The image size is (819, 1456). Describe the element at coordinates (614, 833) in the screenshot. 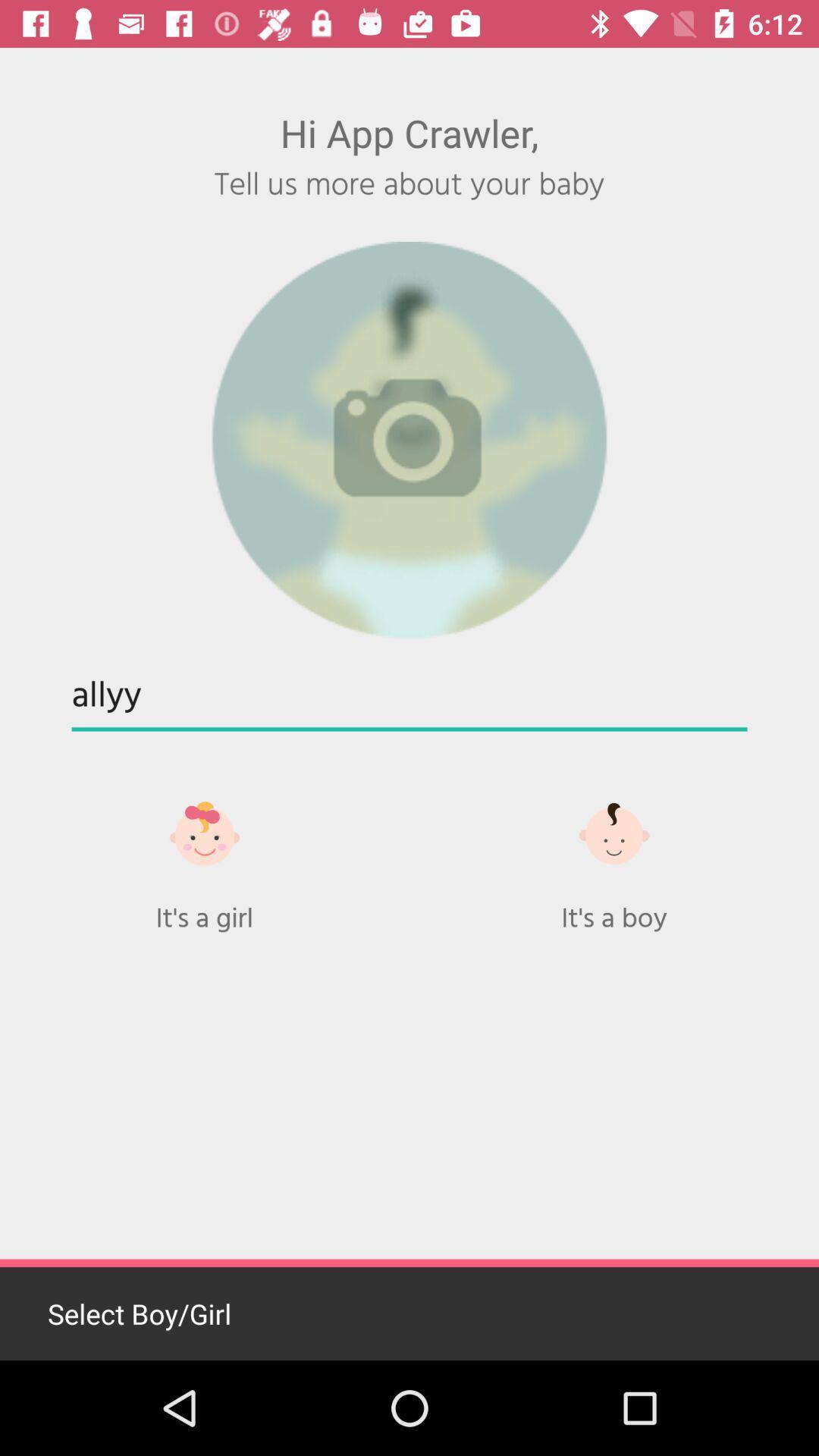

I see `the more icon` at that location.